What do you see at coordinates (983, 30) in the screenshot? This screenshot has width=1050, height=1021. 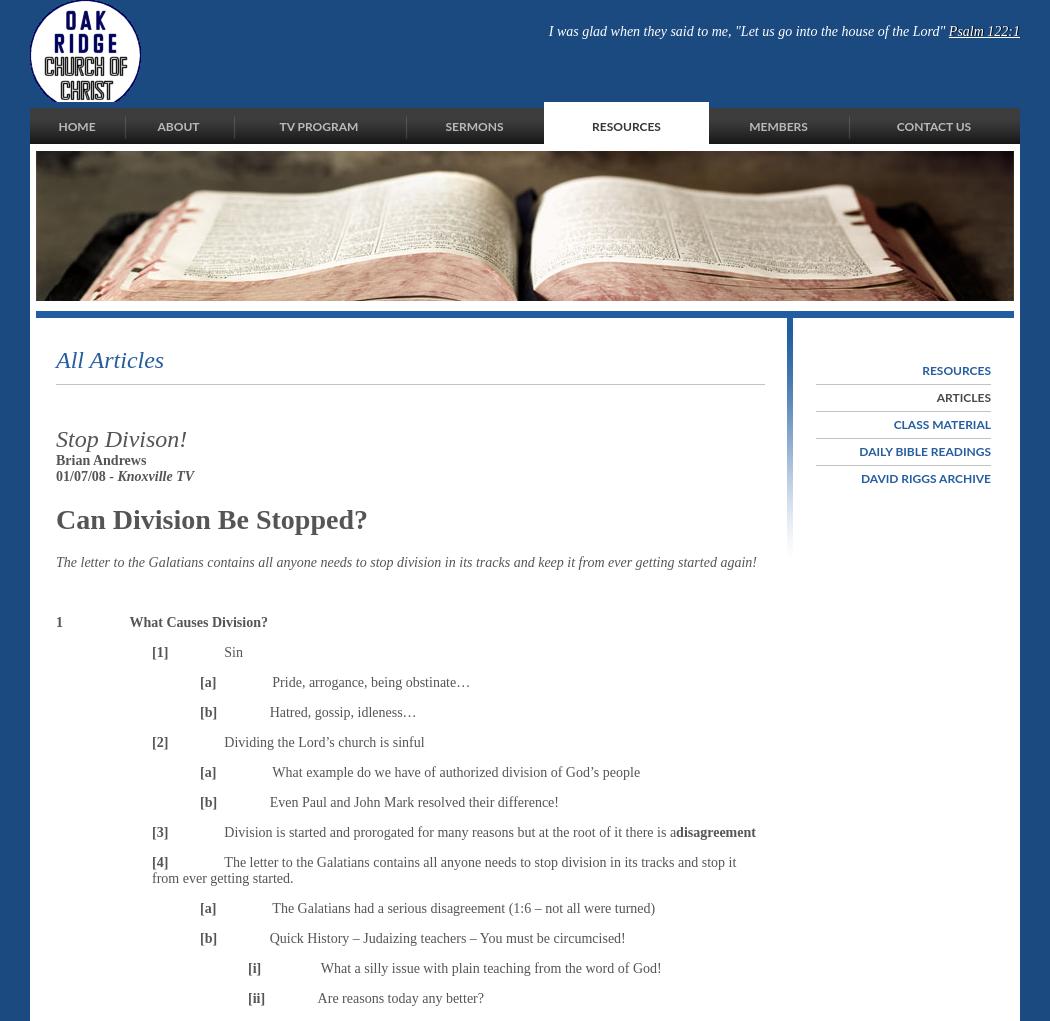 I see `'Psalm 122:1'` at bounding box center [983, 30].